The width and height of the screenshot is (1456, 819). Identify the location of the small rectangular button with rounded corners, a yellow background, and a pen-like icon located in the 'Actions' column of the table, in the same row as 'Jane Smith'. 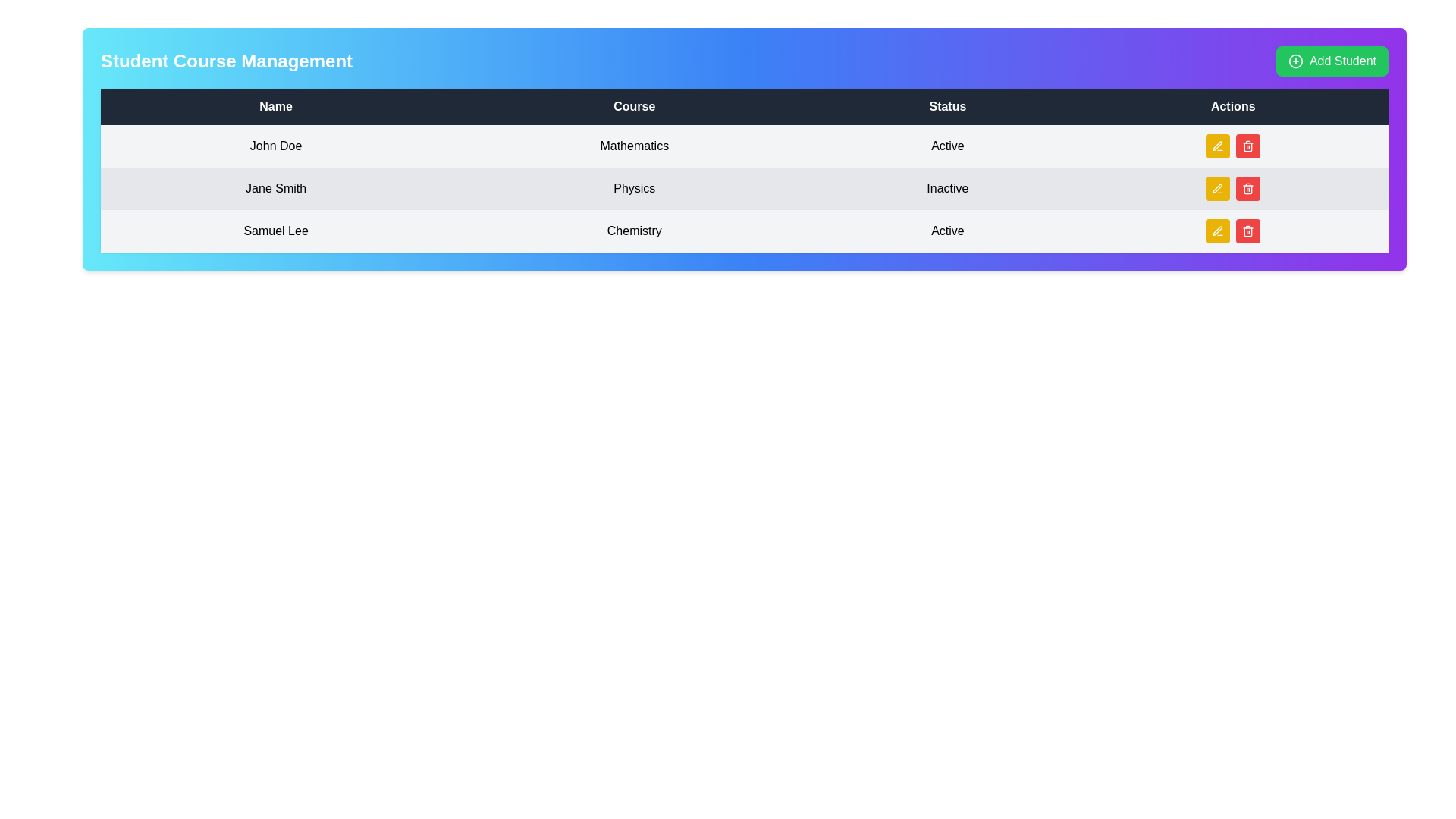
(1218, 188).